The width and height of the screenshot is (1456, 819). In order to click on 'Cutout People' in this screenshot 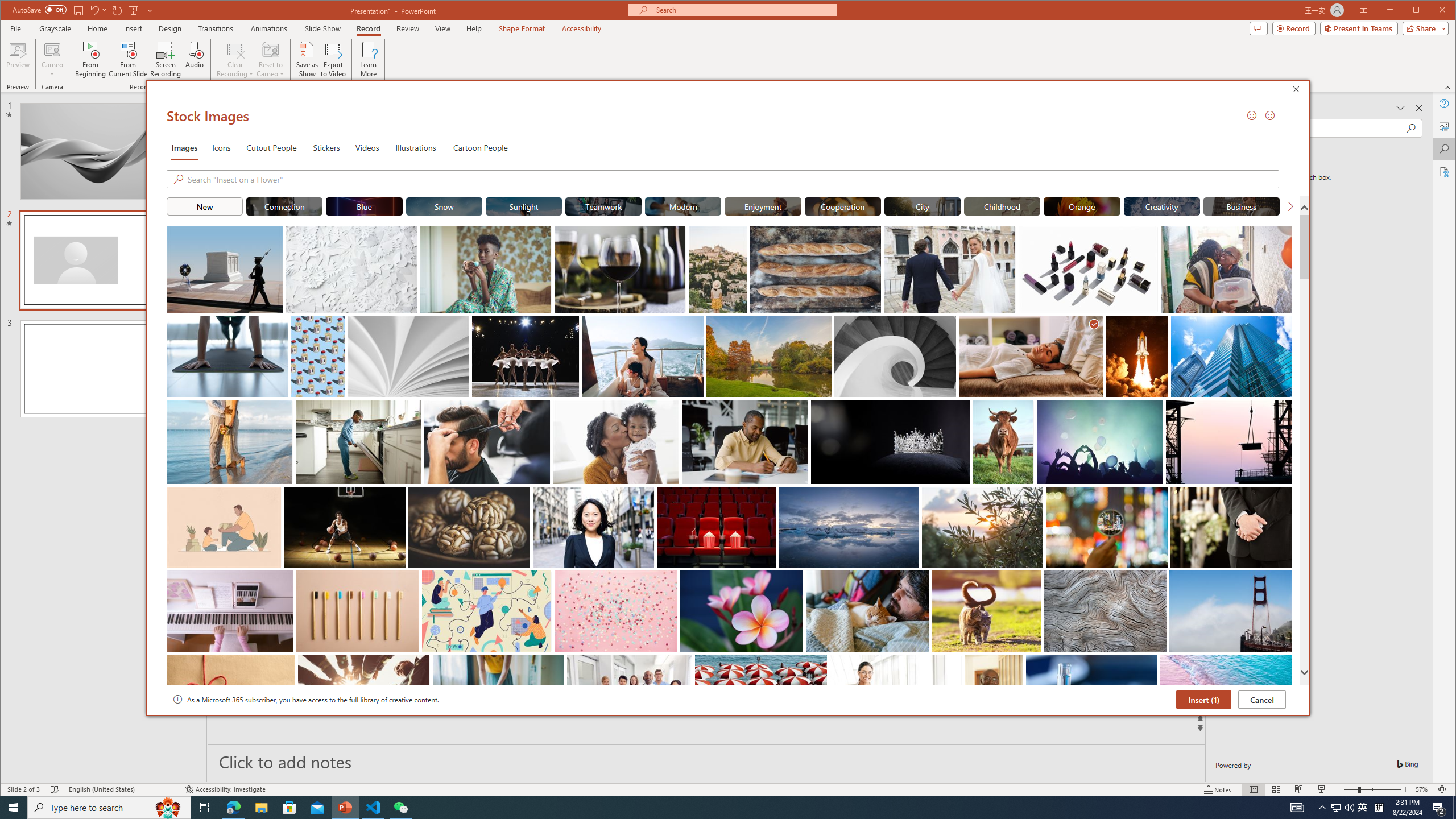, I will do `click(271, 147)`.